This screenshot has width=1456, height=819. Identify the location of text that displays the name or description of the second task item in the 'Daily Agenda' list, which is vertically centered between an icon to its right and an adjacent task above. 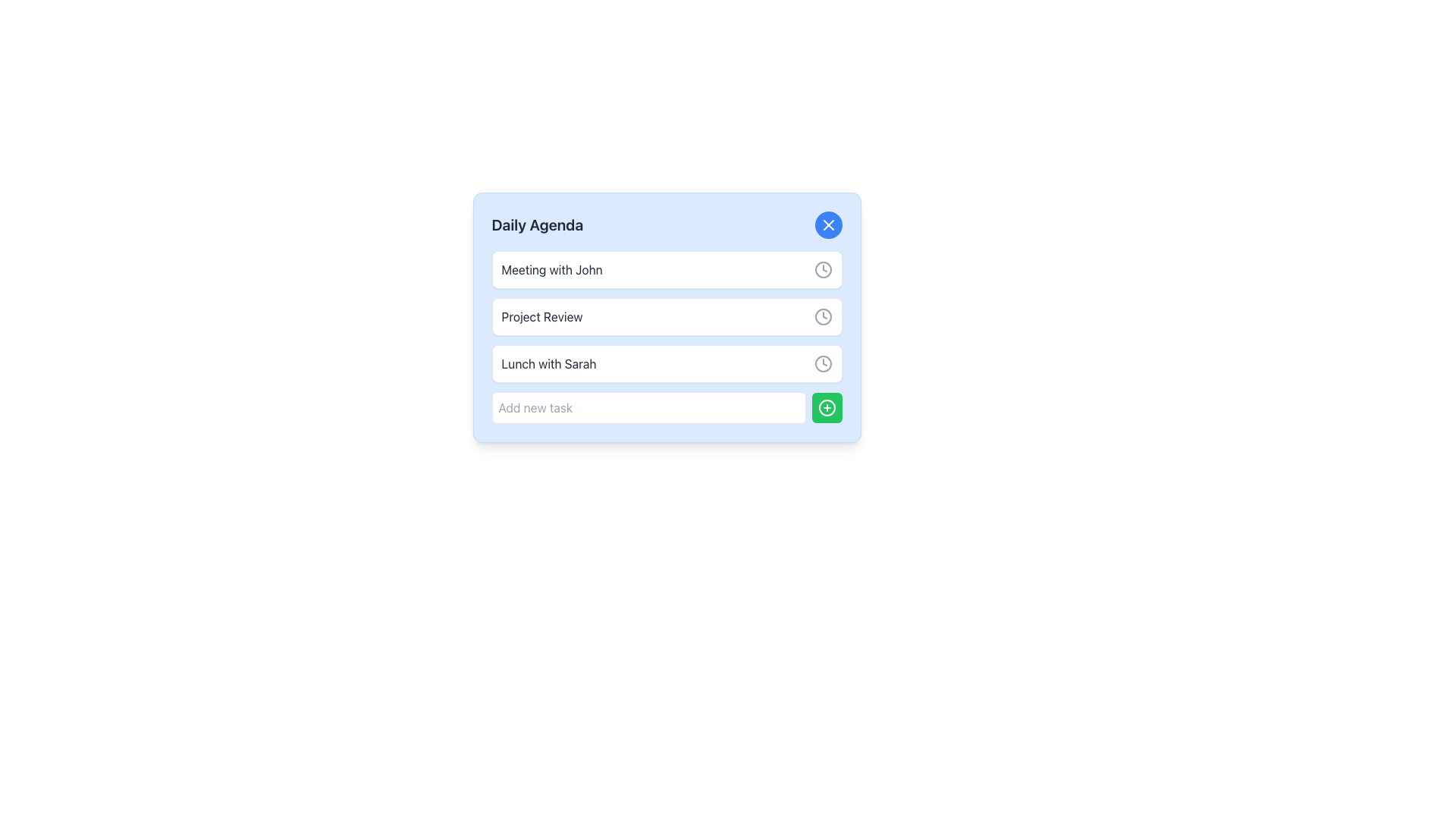
(542, 315).